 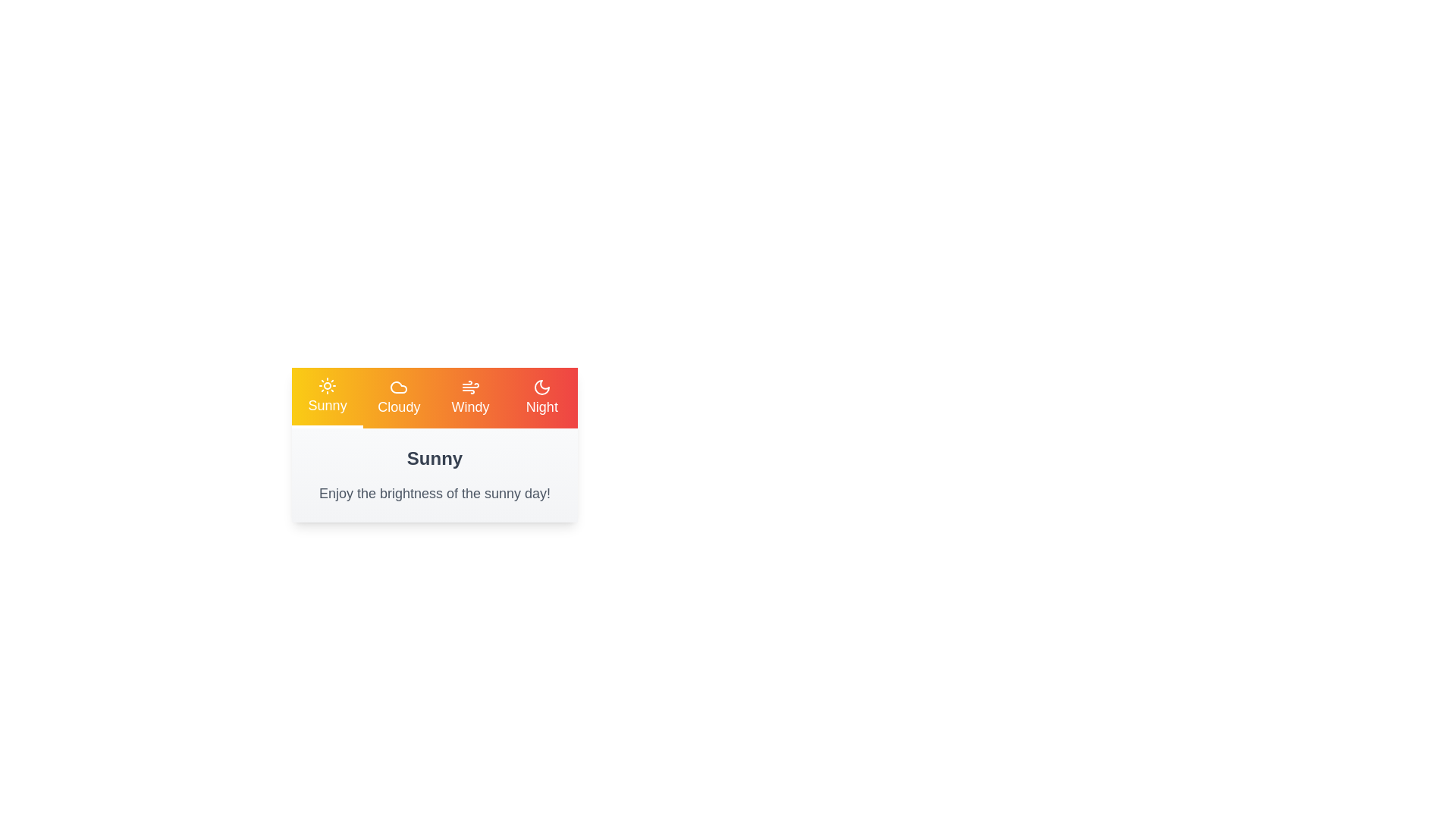 I want to click on the Windy tab to observe its visual state change, so click(x=469, y=397).